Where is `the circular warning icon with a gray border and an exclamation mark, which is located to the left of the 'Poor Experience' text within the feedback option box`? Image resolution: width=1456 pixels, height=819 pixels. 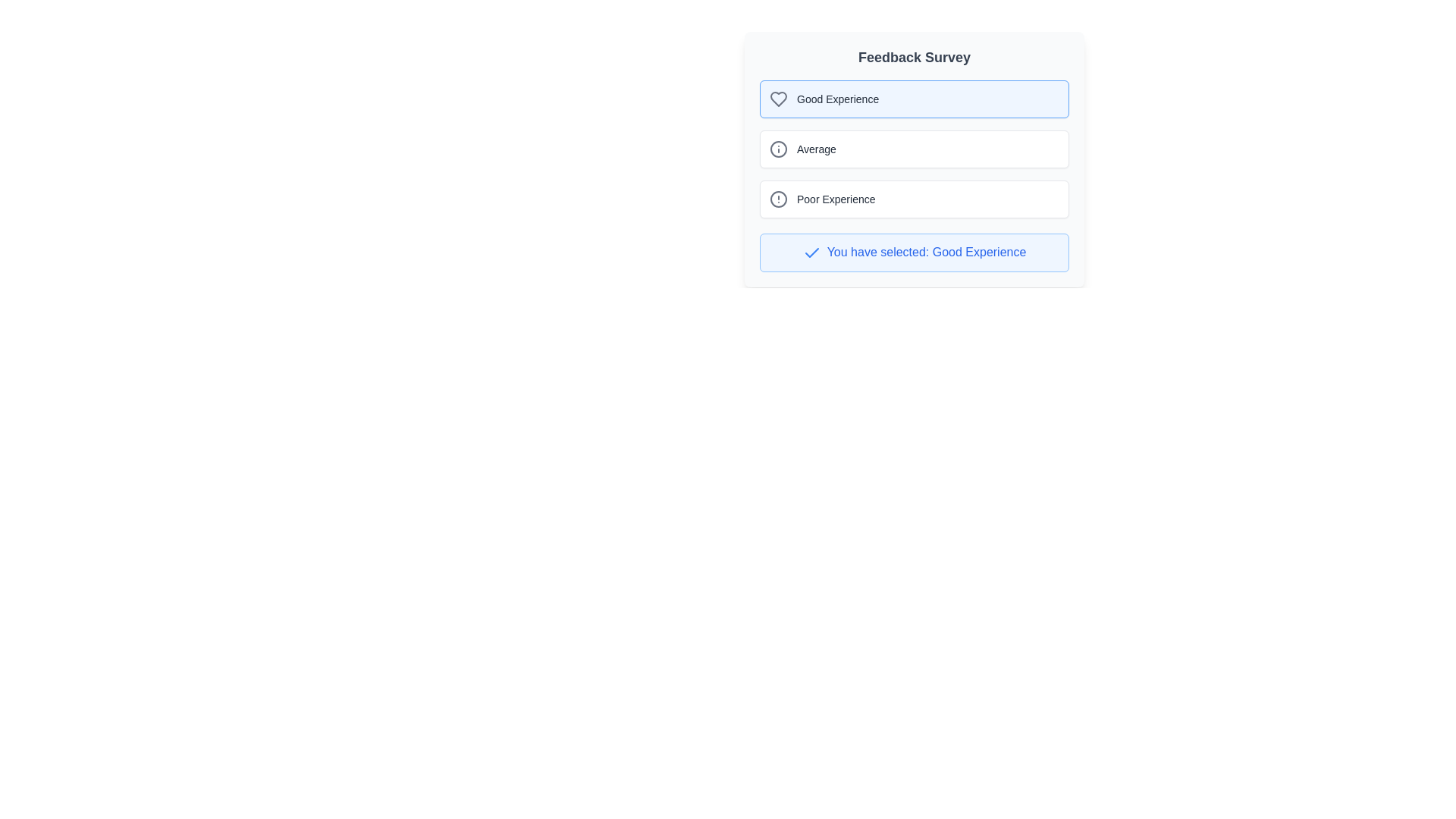 the circular warning icon with a gray border and an exclamation mark, which is located to the left of the 'Poor Experience' text within the feedback option box is located at coordinates (779, 198).